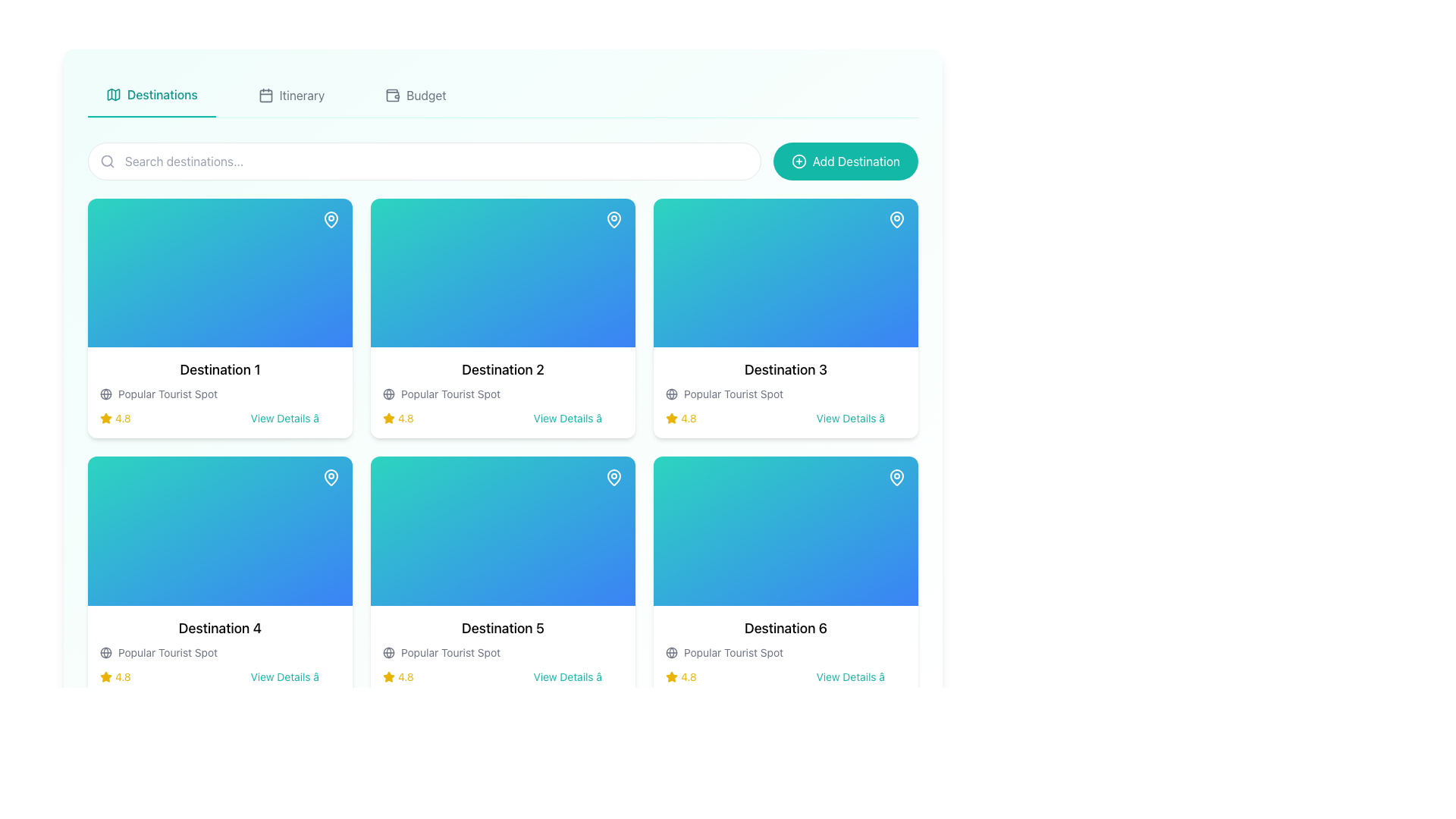 The width and height of the screenshot is (1456, 819). Describe the element at coordinates (389, 418) in the screenshot. I see `the star icon with a yellow fill, positioned next to the text '4.8' in the lower-left section of the 'Destination 2' card` at that location.